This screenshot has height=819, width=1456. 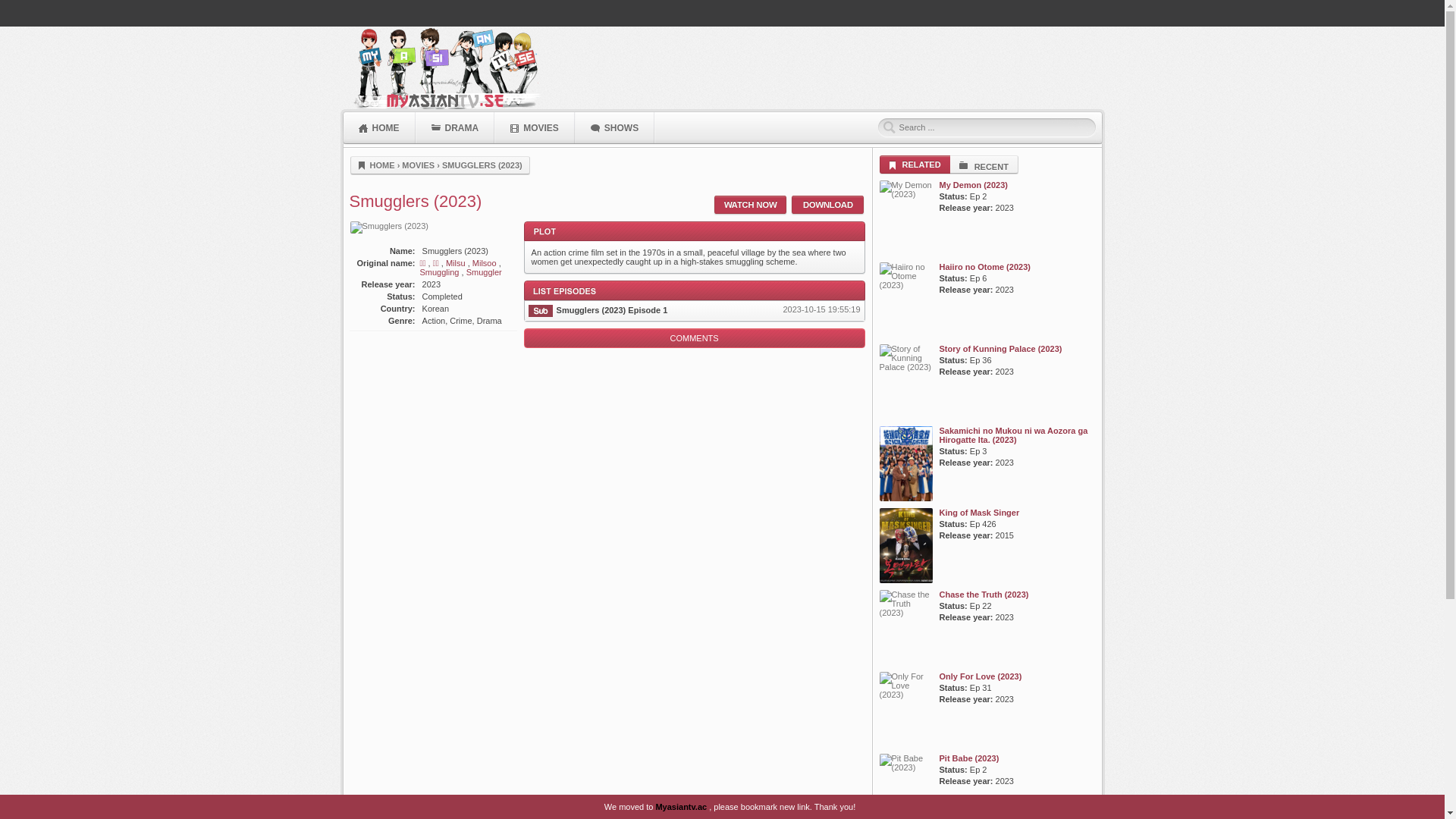 I want to click on 'RECENT', so click(x=984, y=164).